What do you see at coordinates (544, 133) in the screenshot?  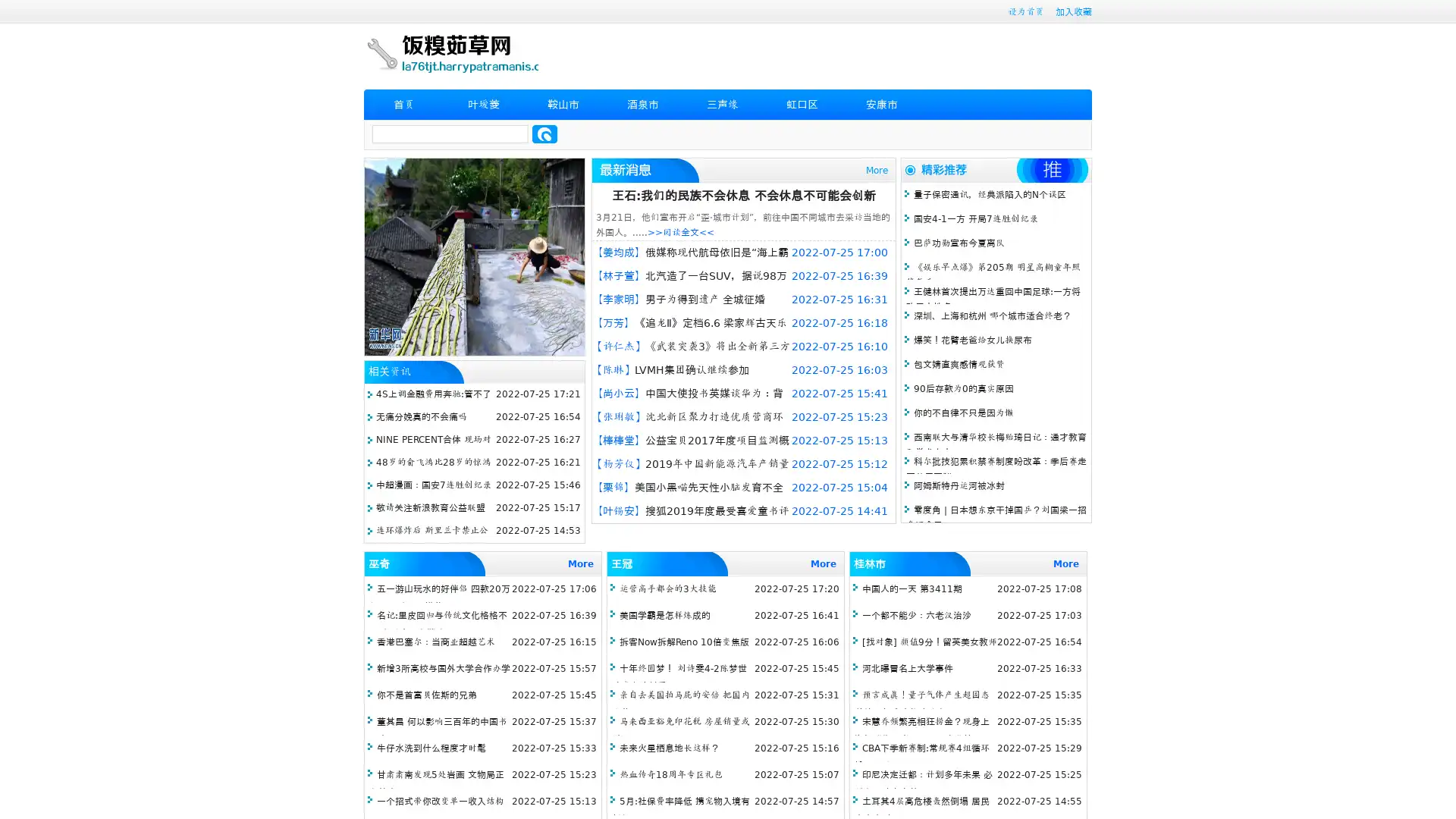 I see `Search` at bounding box center [544, 133].